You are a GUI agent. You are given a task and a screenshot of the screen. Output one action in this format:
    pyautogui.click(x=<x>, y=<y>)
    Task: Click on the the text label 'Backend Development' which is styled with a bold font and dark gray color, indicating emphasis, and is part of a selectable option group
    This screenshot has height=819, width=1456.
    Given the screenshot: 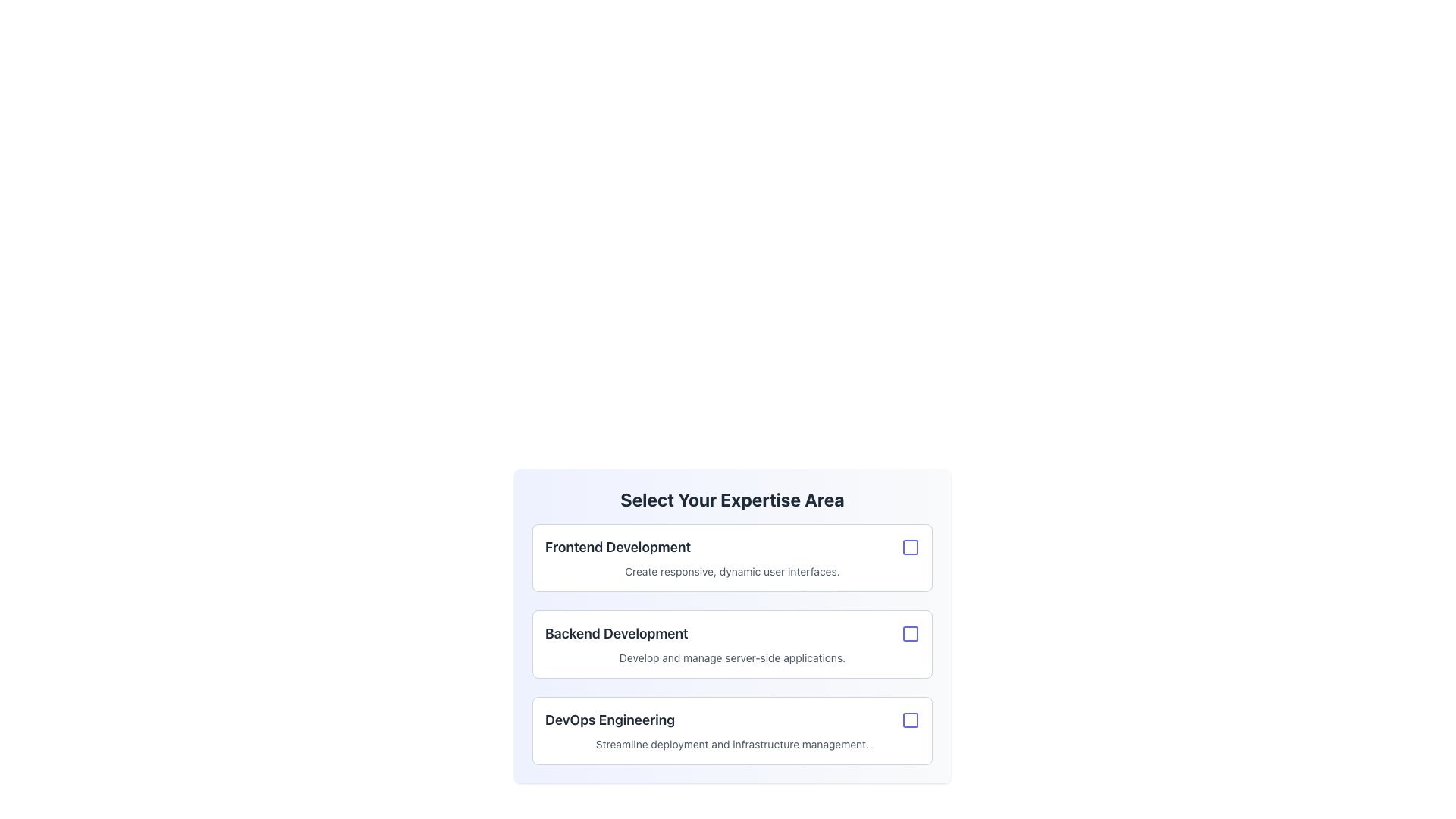 What is the action you would take?
    pyautogui.click(x=617, y=634)
    